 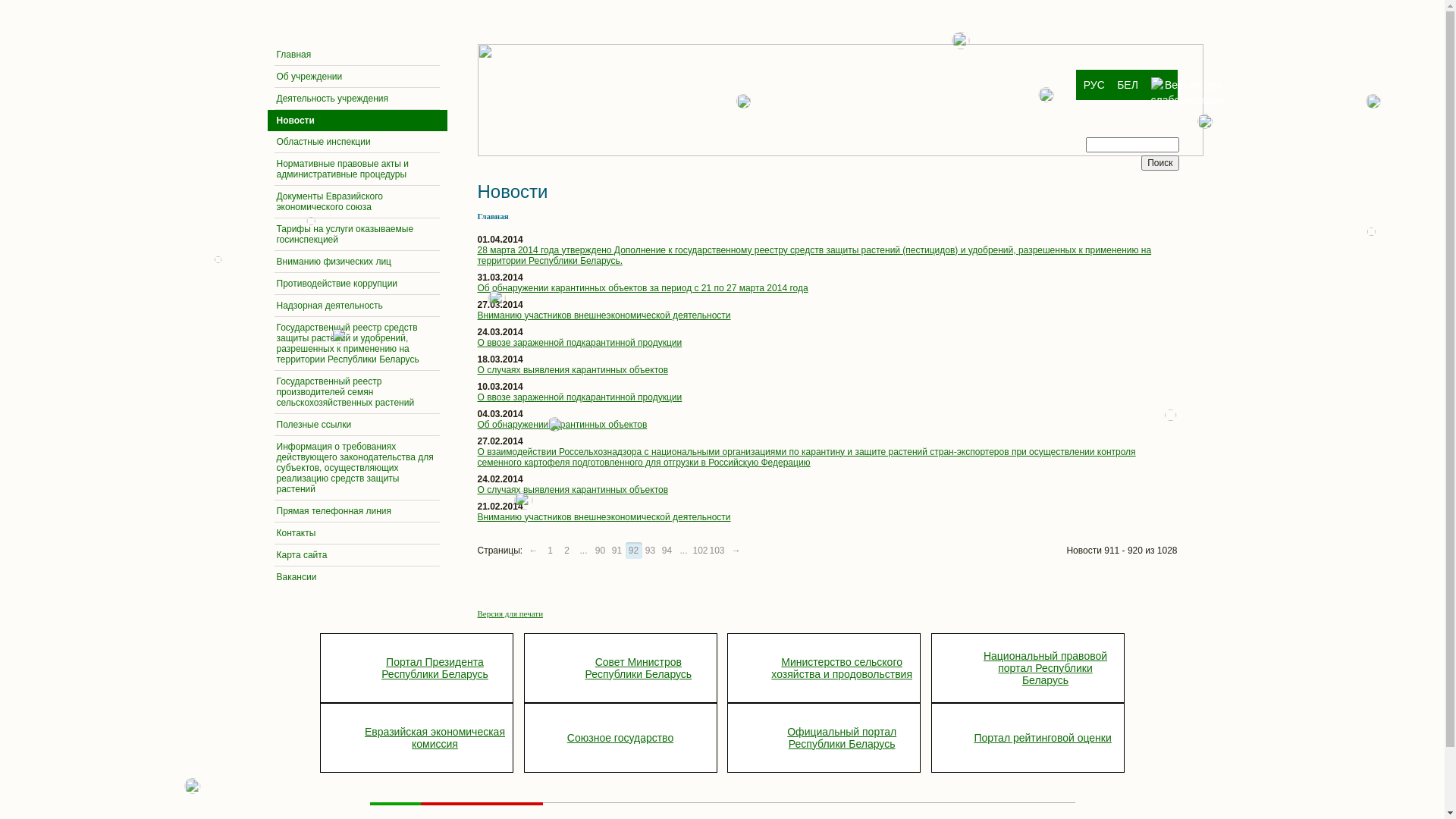 What do you see at coordinates (558, 550) in the screenshot?
I see `'2'` at bounding box center [558, 550].